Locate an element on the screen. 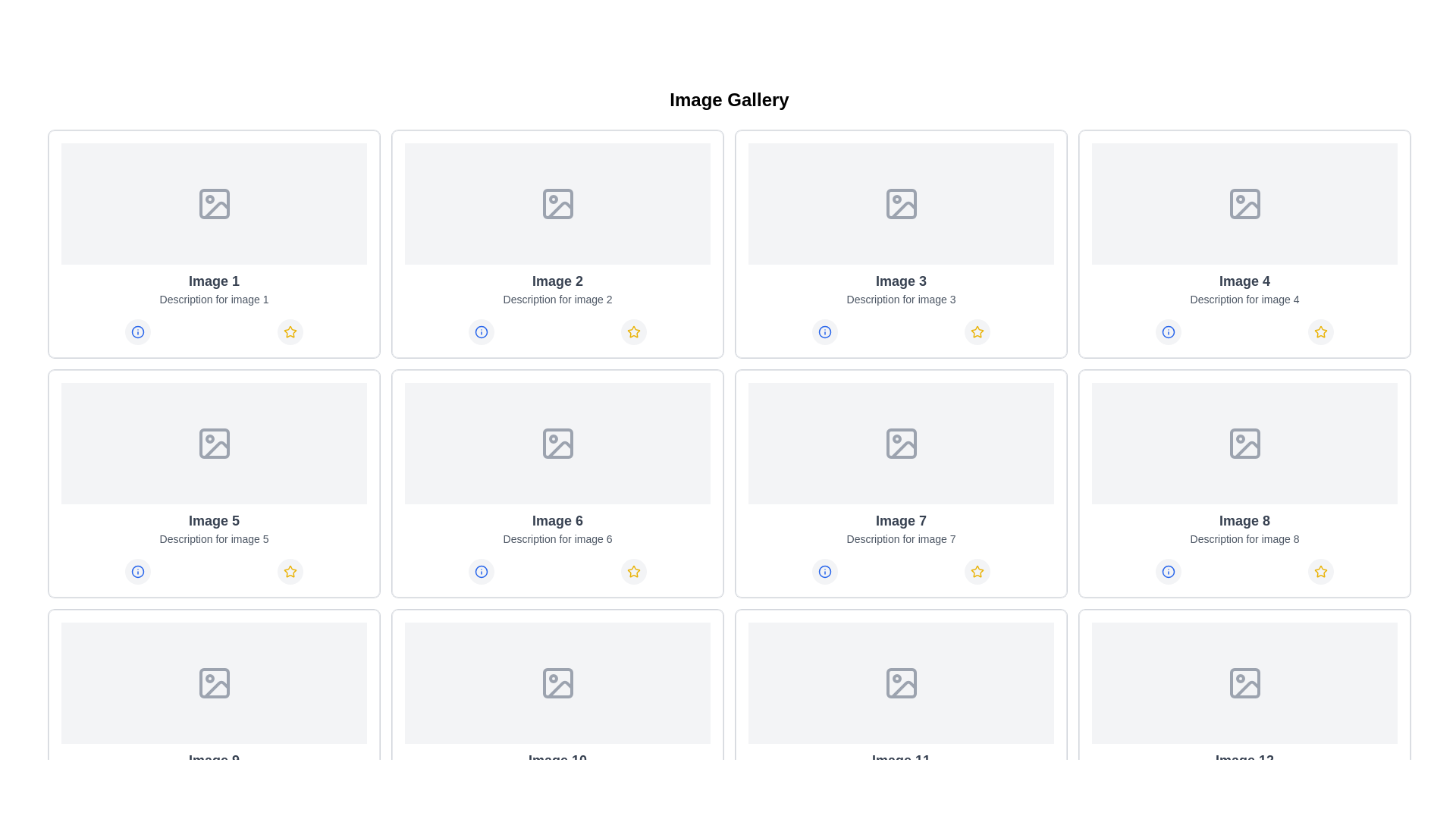 This screenshot has height=819, width=1456. the text label that reads 'Image 3', which is centrally positioned within the third card of the image gallery layout is located at coordinates (901, 281).